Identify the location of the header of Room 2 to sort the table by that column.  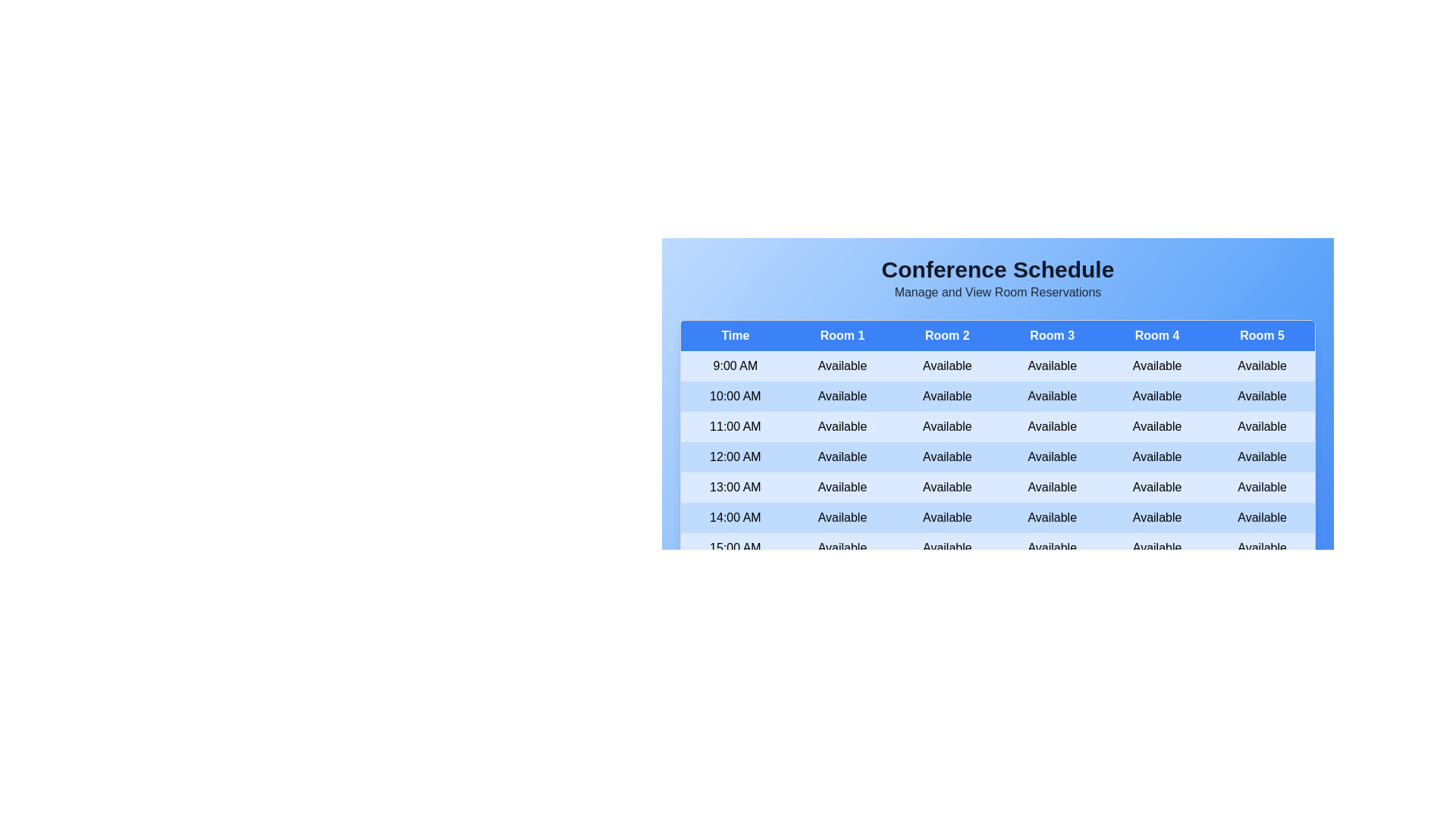
(946, 334).